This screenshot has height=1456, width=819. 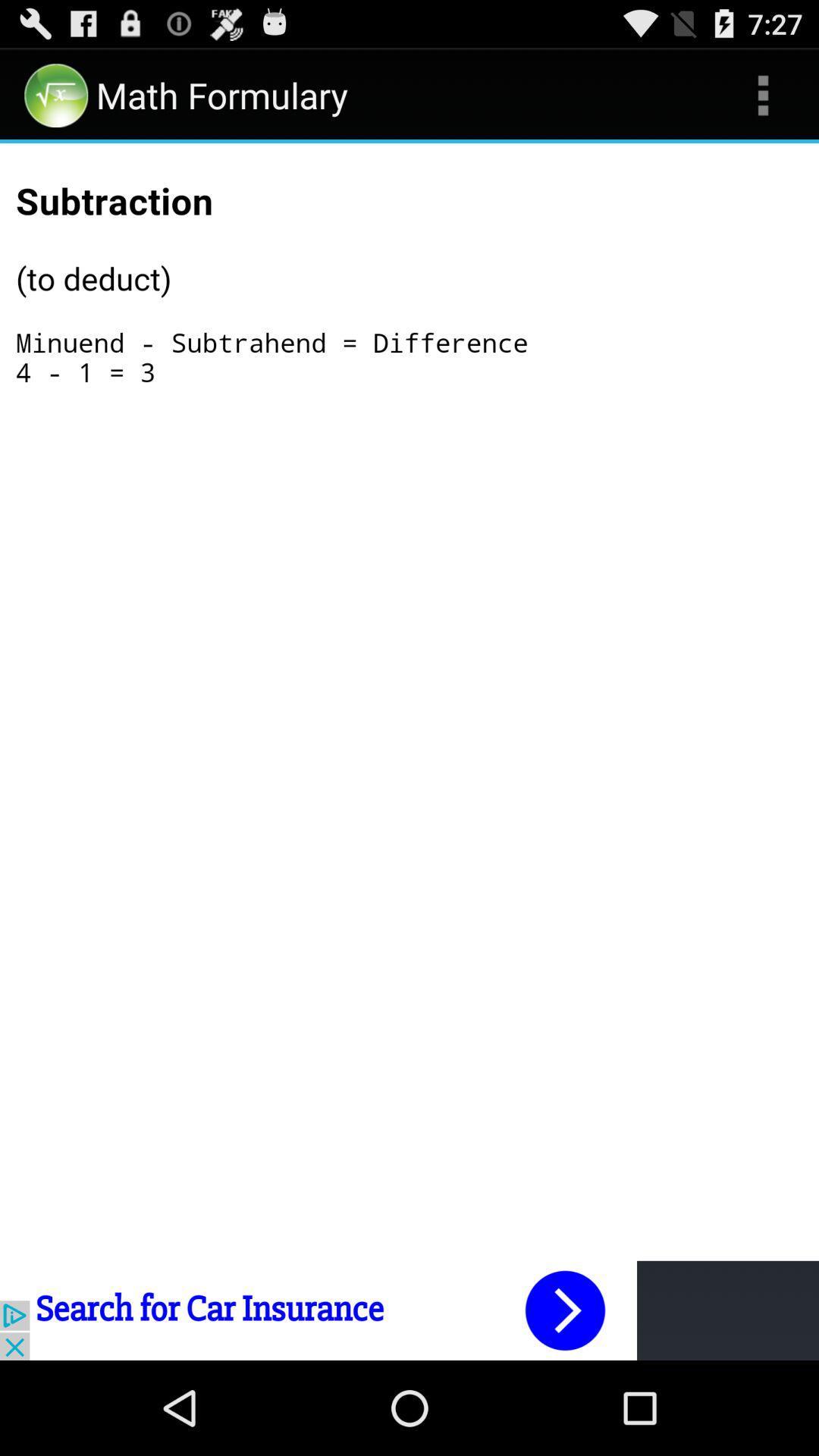 What do you see at coordinates (409, 1310) in the screenshot?
I see `advertisement` at bounding box center [409, 1310].